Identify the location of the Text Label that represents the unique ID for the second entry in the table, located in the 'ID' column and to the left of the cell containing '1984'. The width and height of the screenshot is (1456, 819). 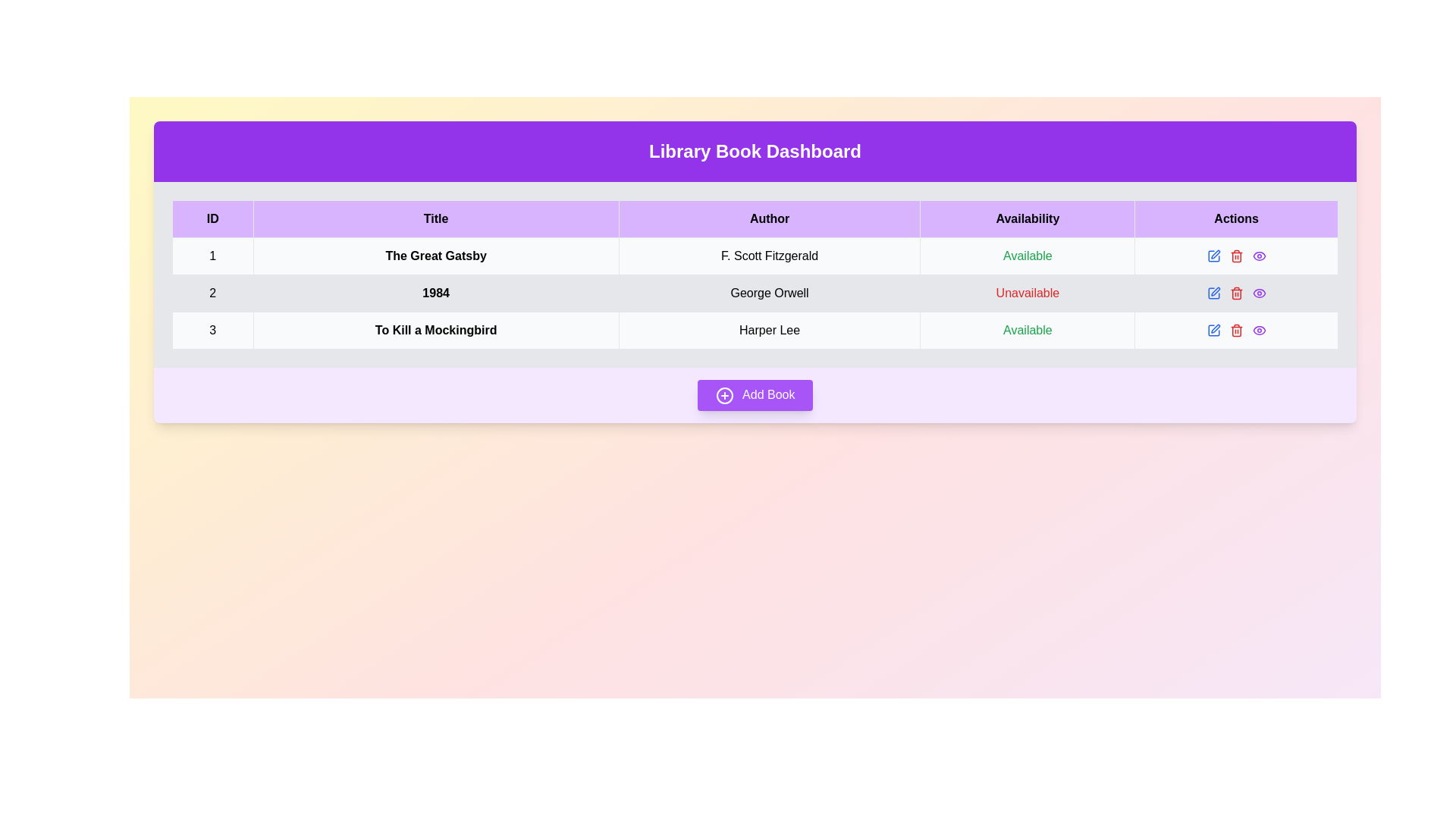
(212, 293).